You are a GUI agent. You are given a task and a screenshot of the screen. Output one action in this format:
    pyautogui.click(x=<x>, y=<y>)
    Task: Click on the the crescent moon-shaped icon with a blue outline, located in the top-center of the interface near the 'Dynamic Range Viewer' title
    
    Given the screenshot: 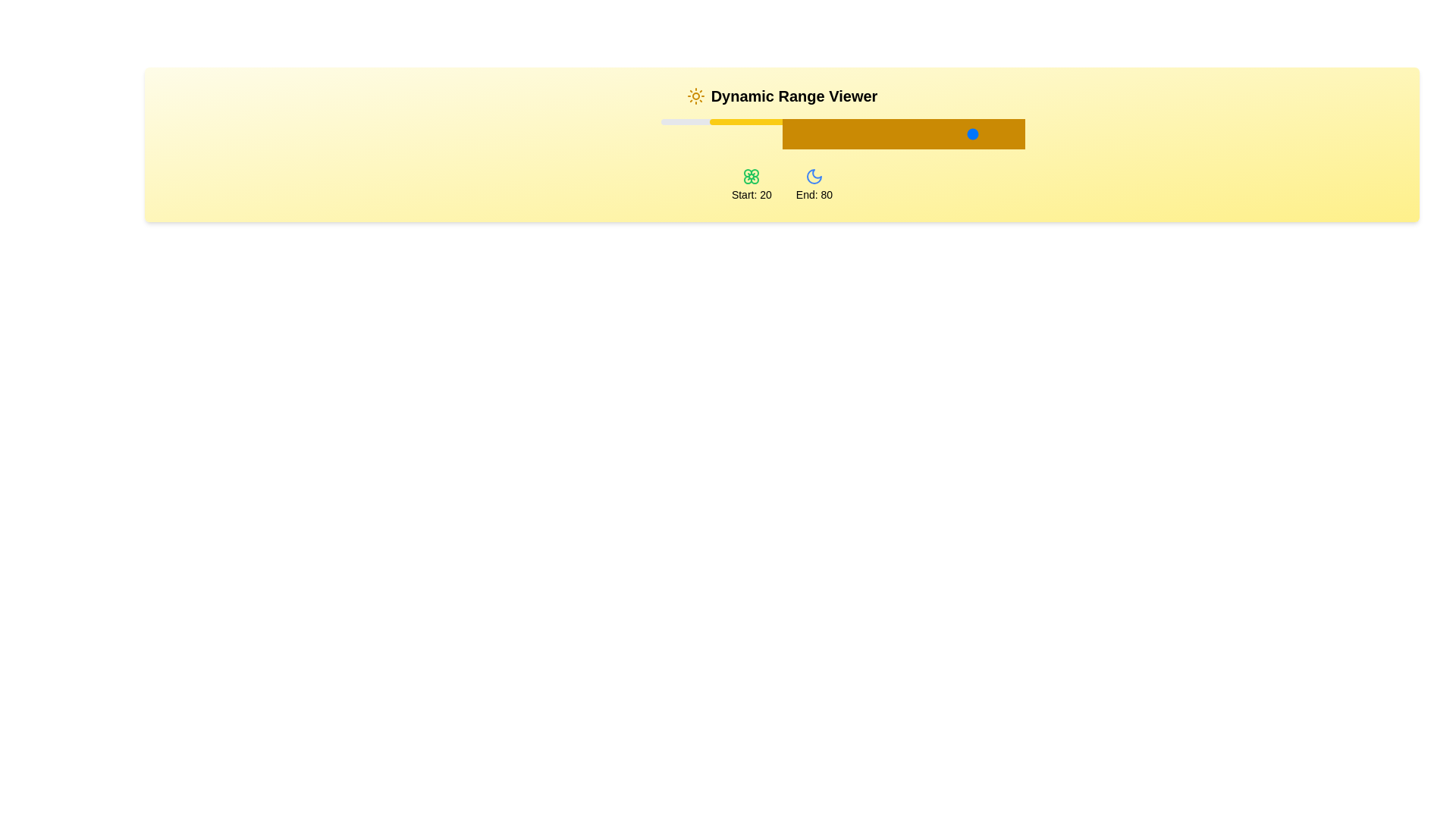 What is the action you would take?
    pyautogui.click(x=814, y=175)
    